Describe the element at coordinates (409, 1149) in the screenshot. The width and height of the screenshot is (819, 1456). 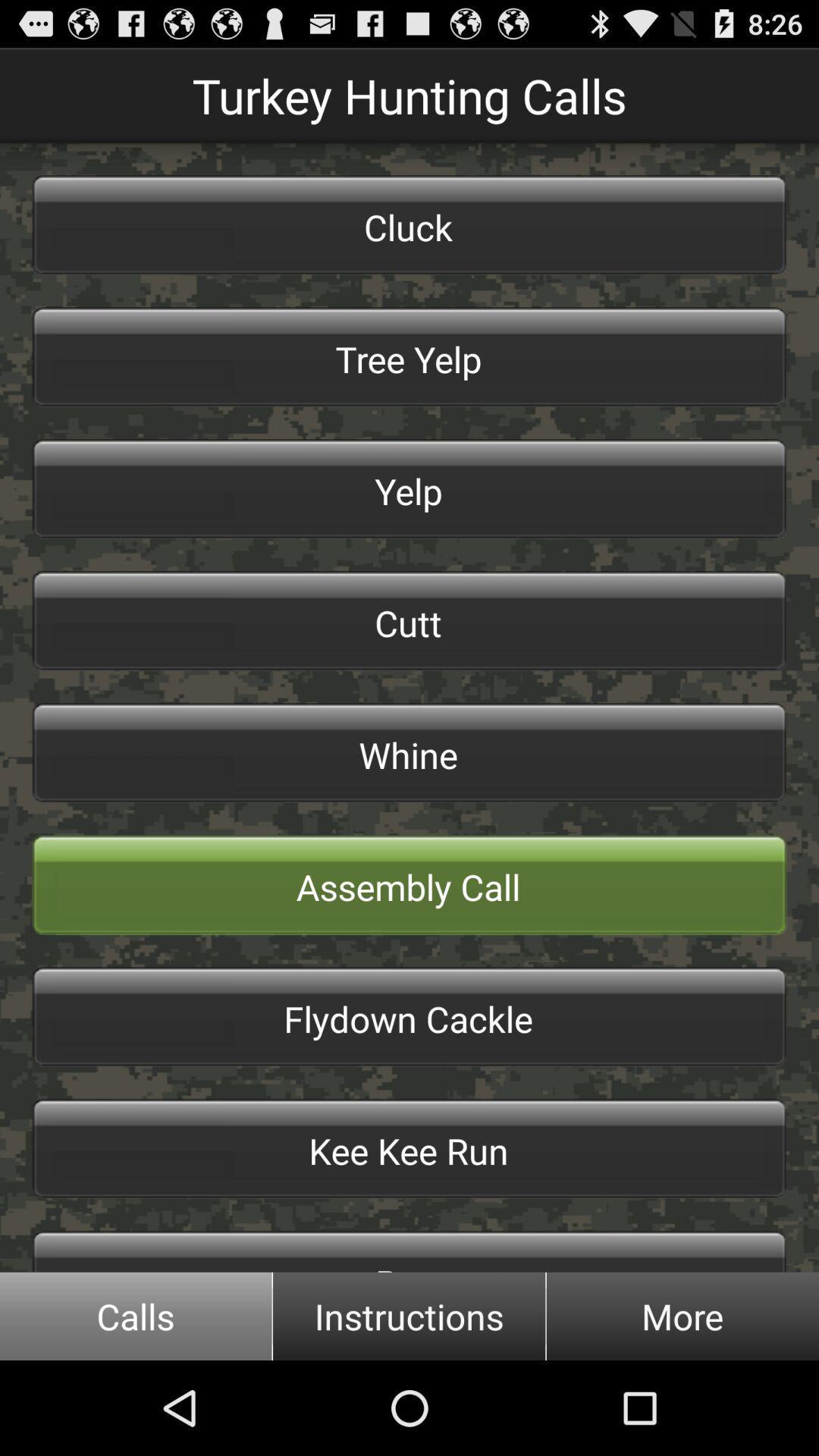
I see `the kee kee run item` at that location.